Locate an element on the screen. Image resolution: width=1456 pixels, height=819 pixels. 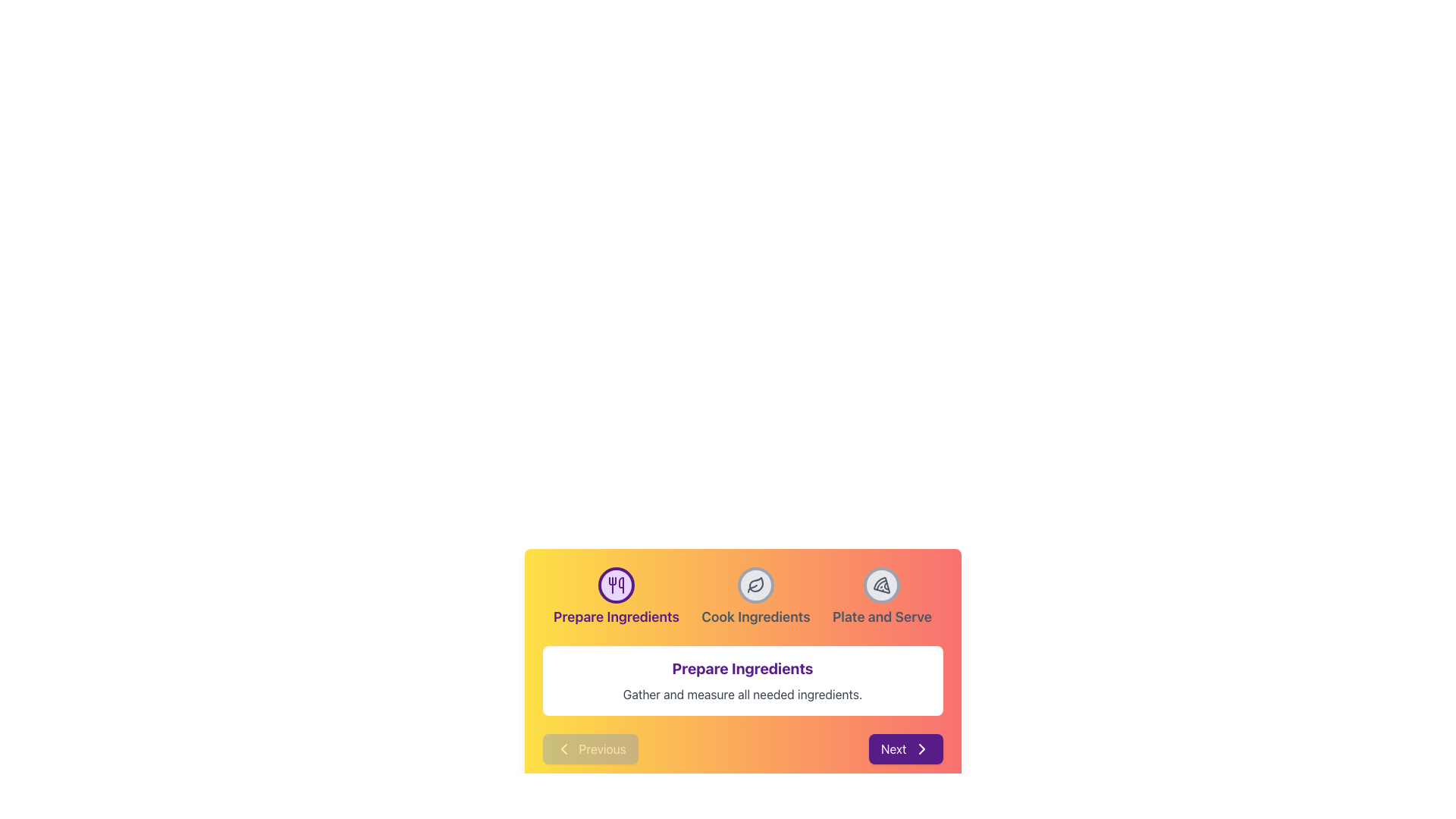
the heading label indicating the current step, which is located within a white rectangle in the center of a panel with a gradient background, directly below the 'Prepare Ingredients' icon is located at coordinates (742, 668).